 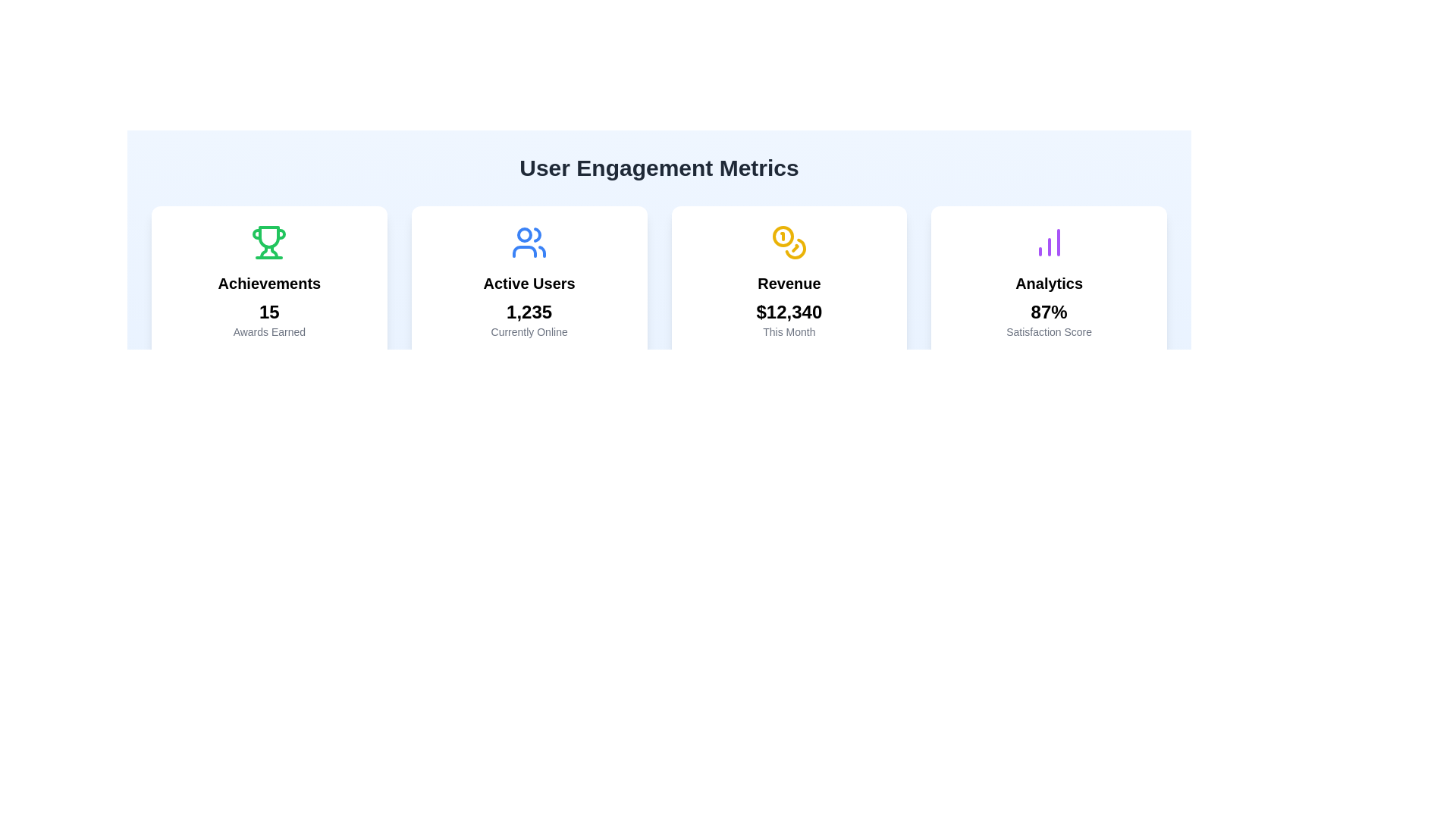 I want to click on the Text content display for the satisfaction score percentage, which is centrally located within the 'Analytics' widget, positioned between 'Analytics' above and 'Satisfaction Score' below, so click(x=1048, y=312).